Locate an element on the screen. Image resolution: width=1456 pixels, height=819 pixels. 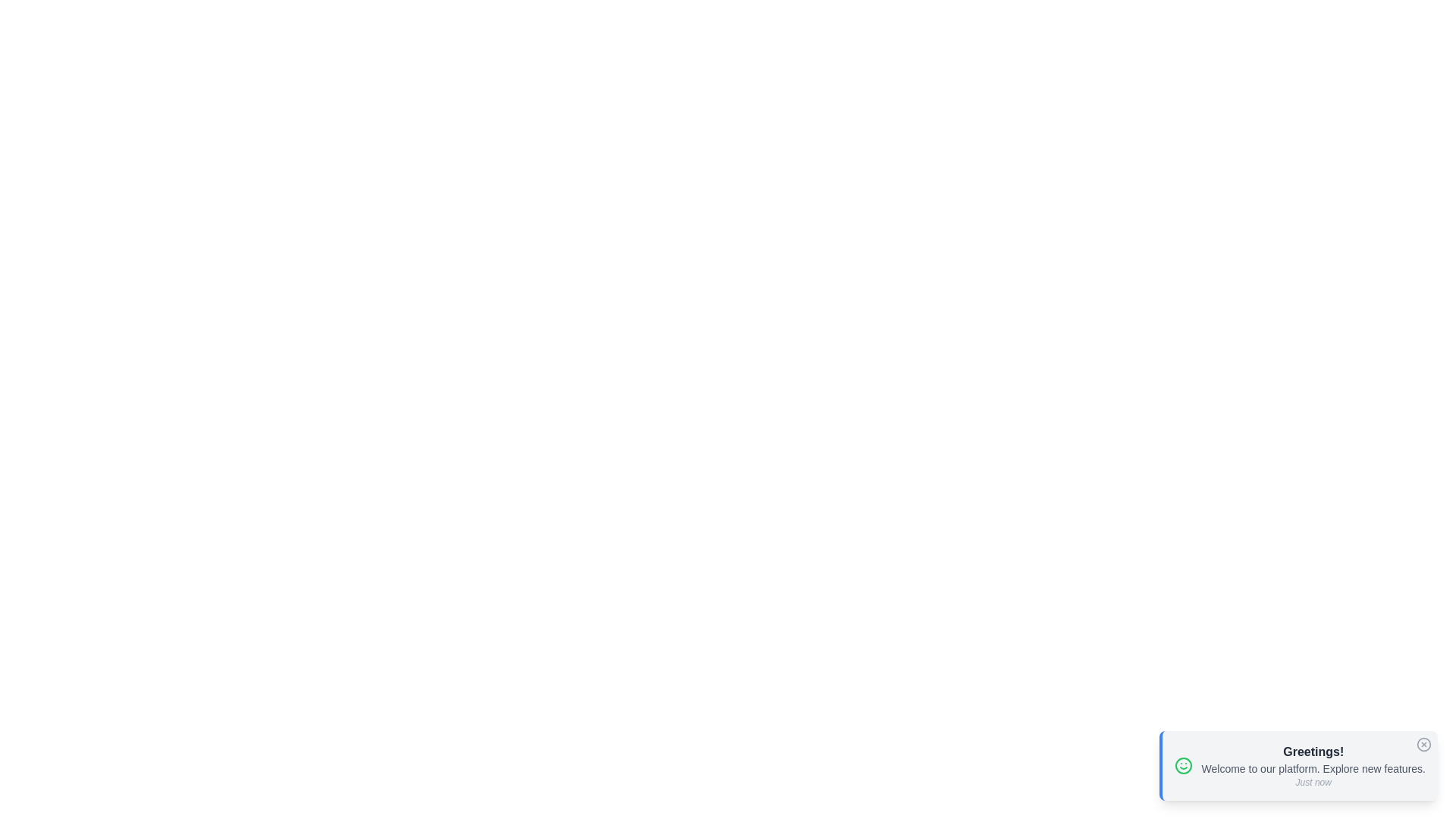
the message and details displayed in the snackbar by focusing on the visible text and icon is located at coordinates (1298, 766).